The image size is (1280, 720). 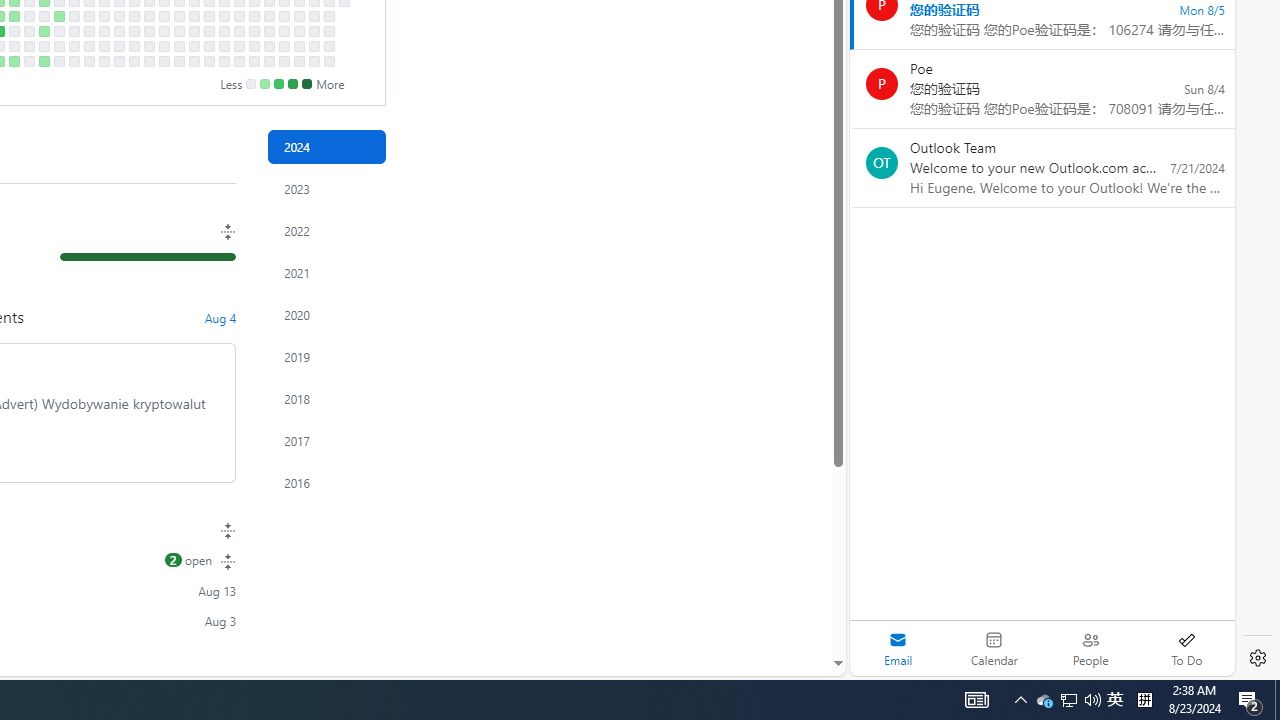 I want to click on 'No contributions on September 26th.', so click(x=132, y=31).